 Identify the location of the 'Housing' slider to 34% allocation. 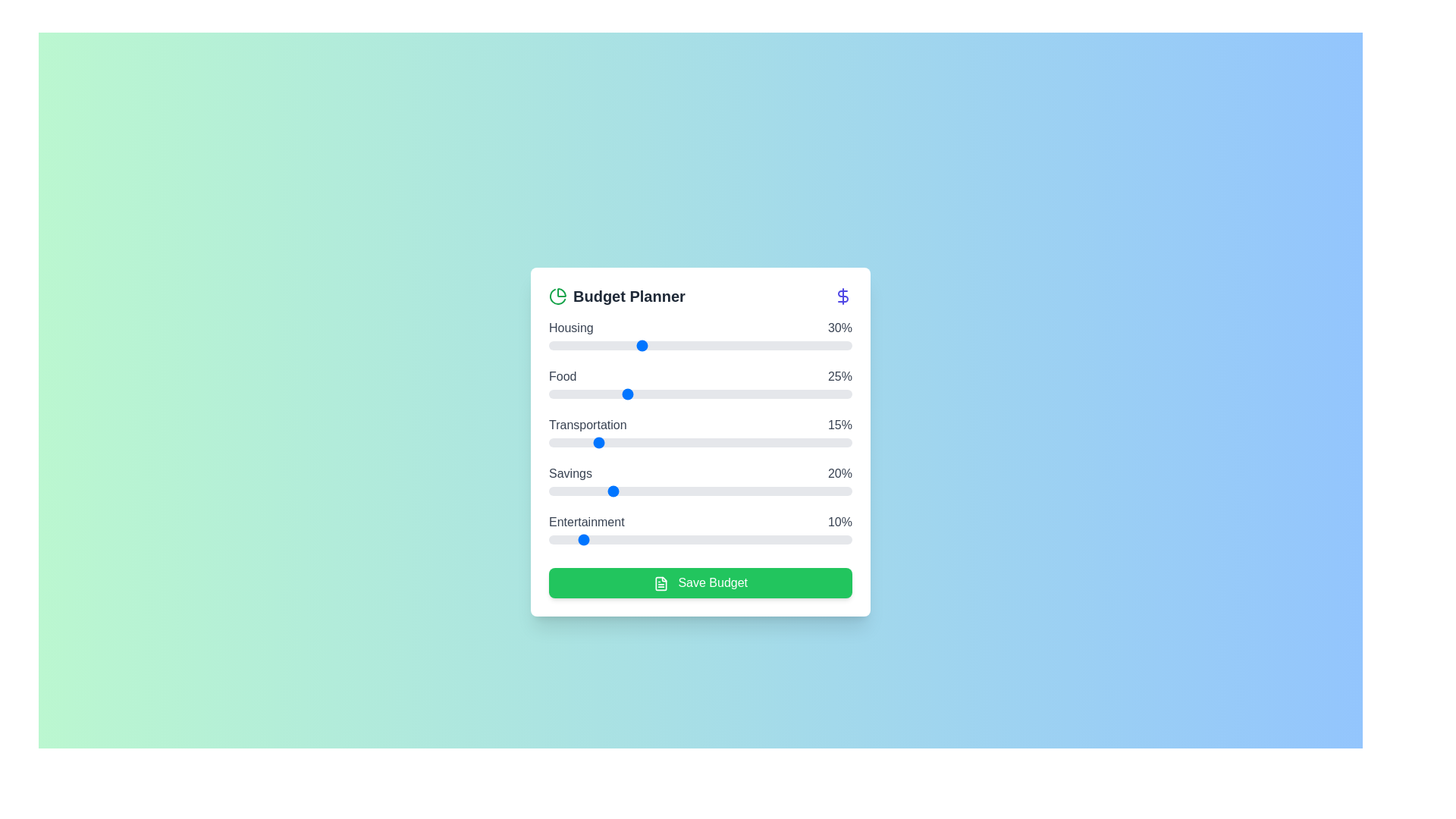
(651, 345).